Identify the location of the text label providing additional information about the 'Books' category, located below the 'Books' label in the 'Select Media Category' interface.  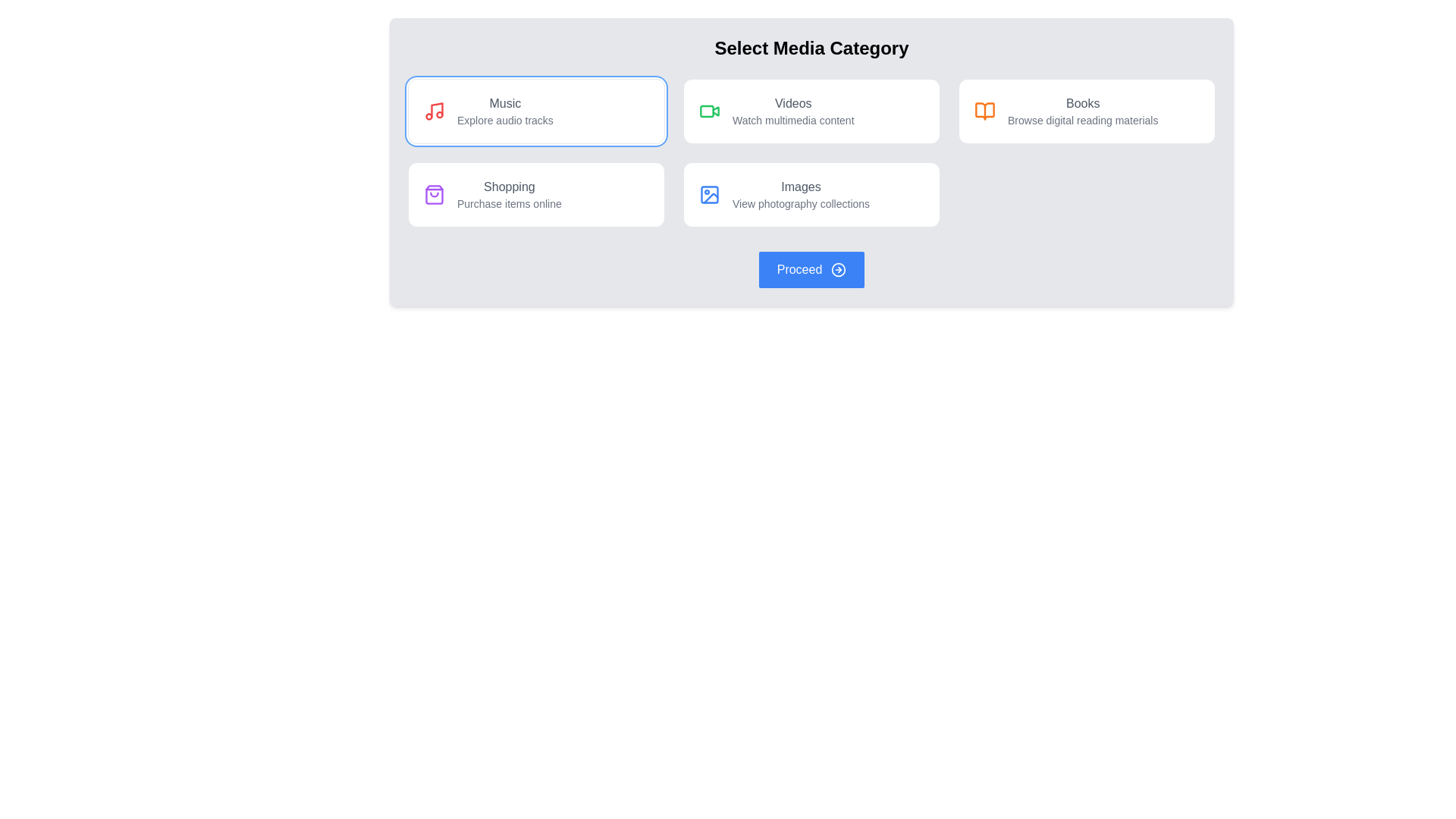
(1082, 119).